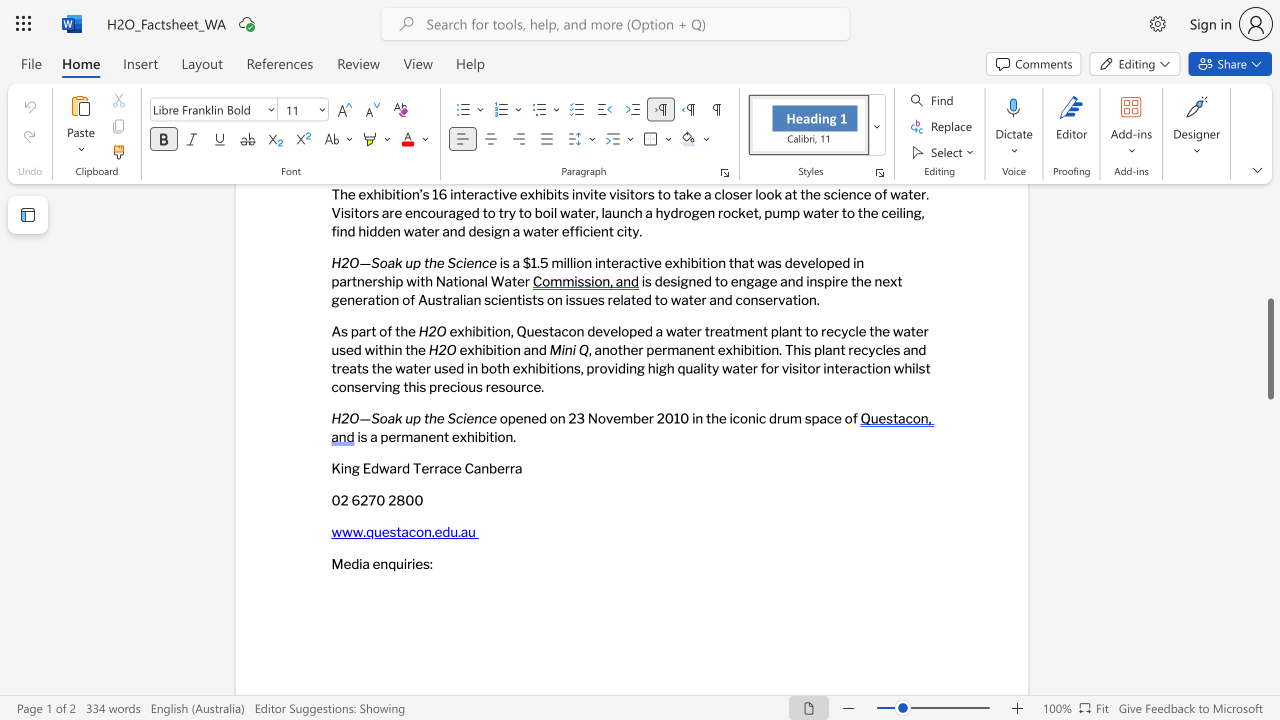 Image resolution: width=1280 pixels, height=720 pixels. I want to click on the scrollbar and move up 140 pixels, so click(1269, 348).